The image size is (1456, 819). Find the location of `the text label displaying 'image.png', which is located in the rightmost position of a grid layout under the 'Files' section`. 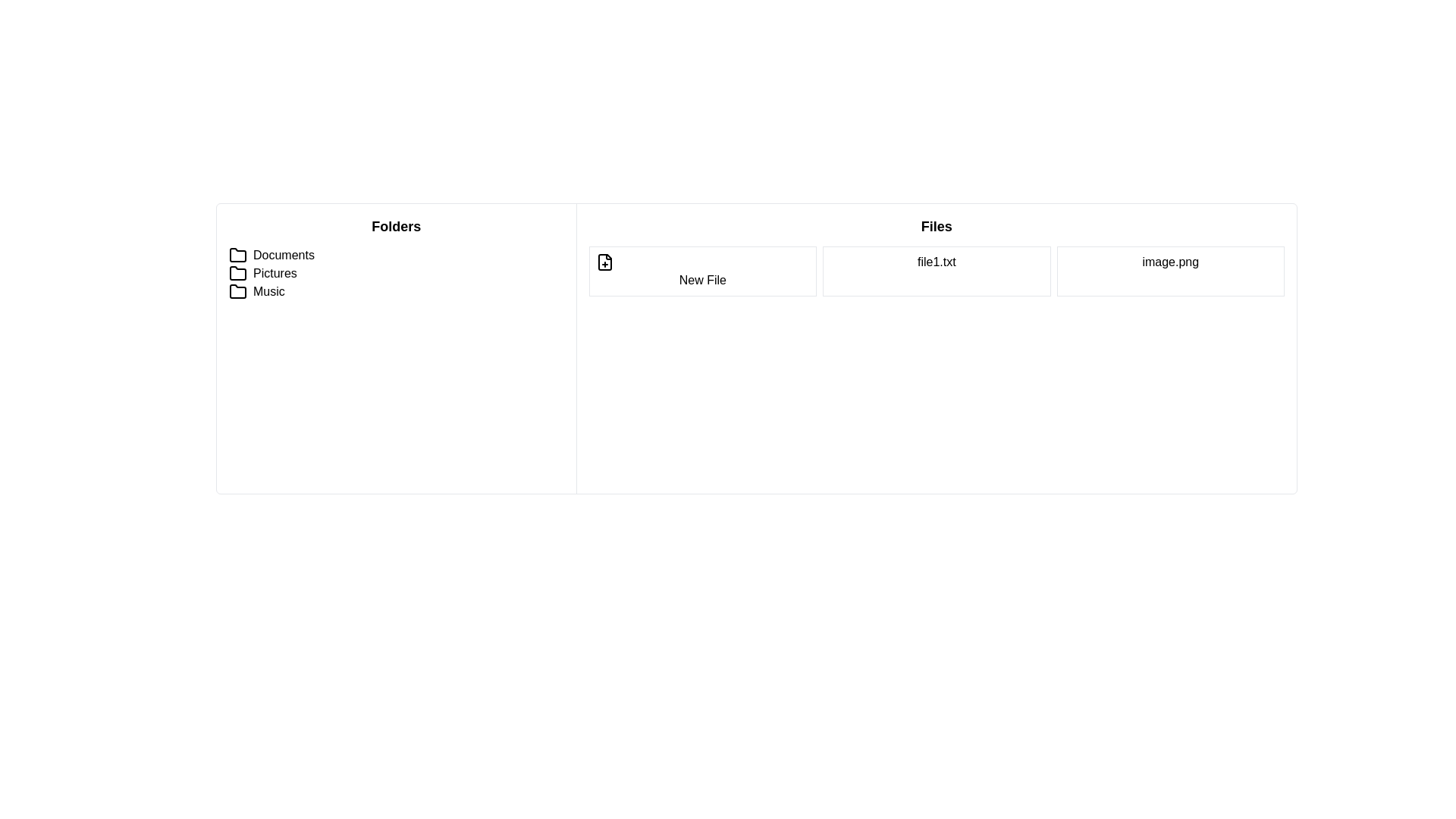

the text label displaying 'image.png', which is located in the rightmost position of a grid layout under the 'Files' section is located at coordinates (1169, 271).